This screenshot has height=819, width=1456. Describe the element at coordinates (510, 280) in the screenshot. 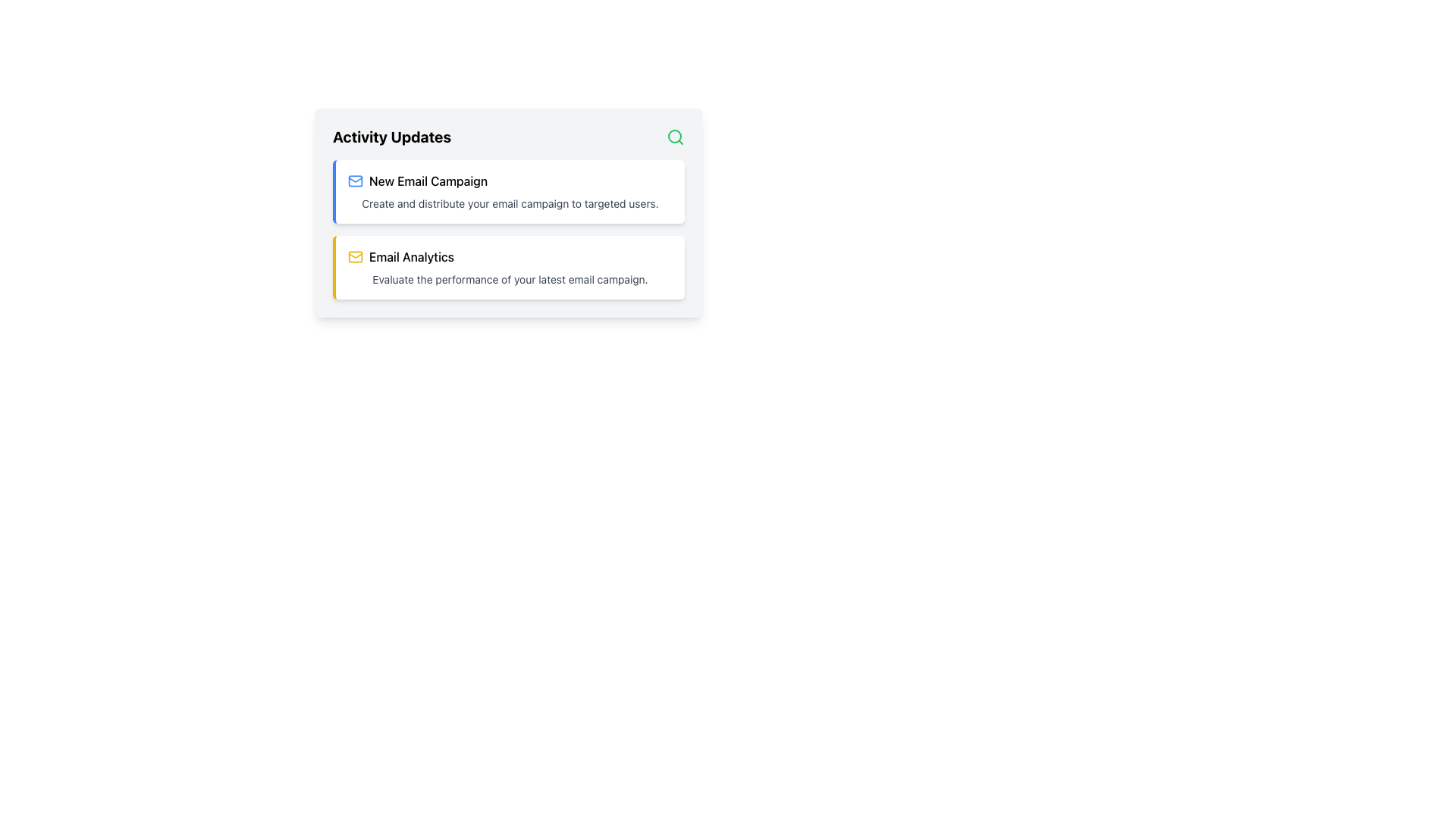

I see `the text label that provides a brief description of the user's latest email campaign, located below 'Email Analytics' within a highlighted card with a yellow left border` at that location.